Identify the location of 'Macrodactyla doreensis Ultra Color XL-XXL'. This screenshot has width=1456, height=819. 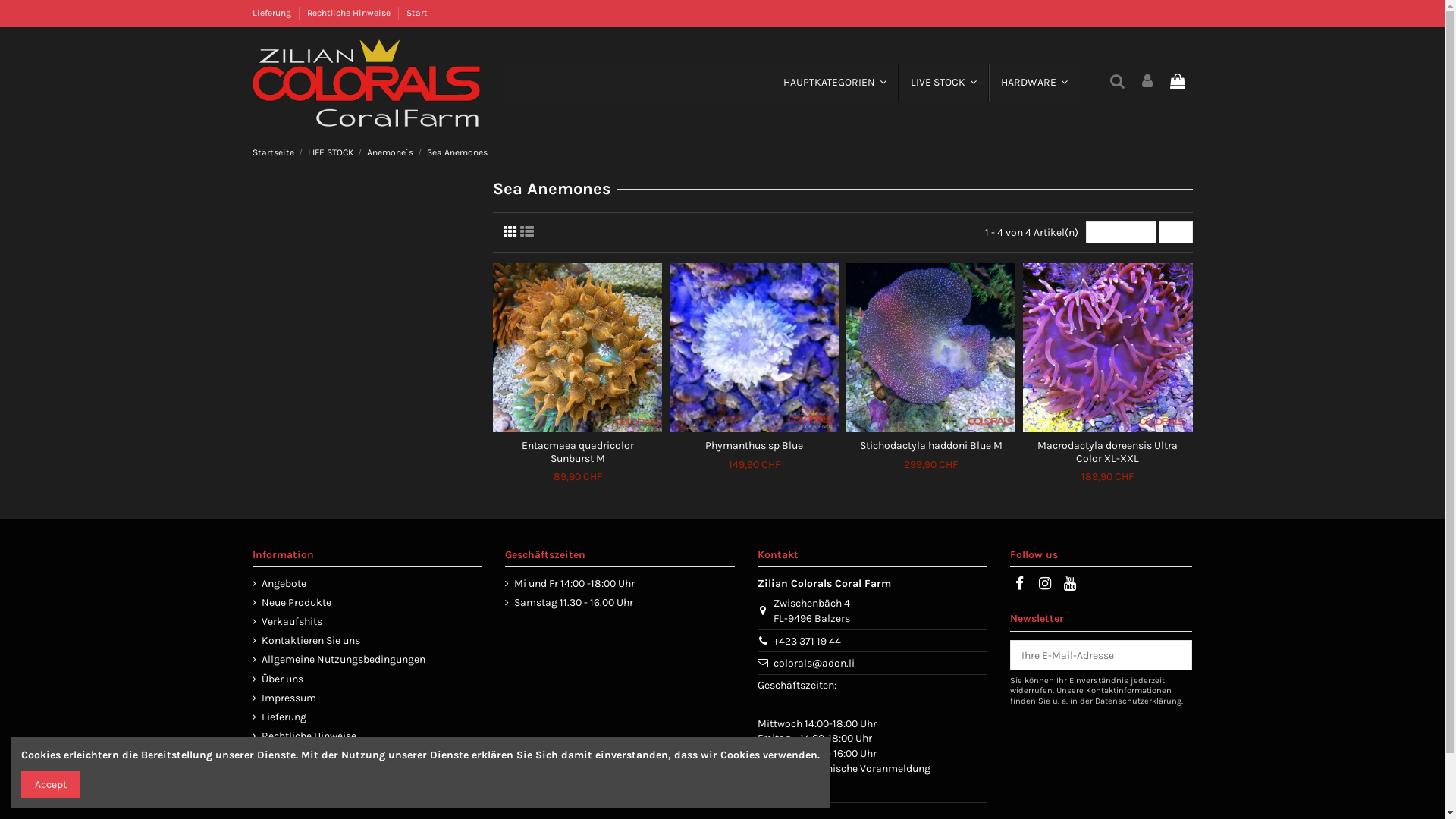
(1107, 451).